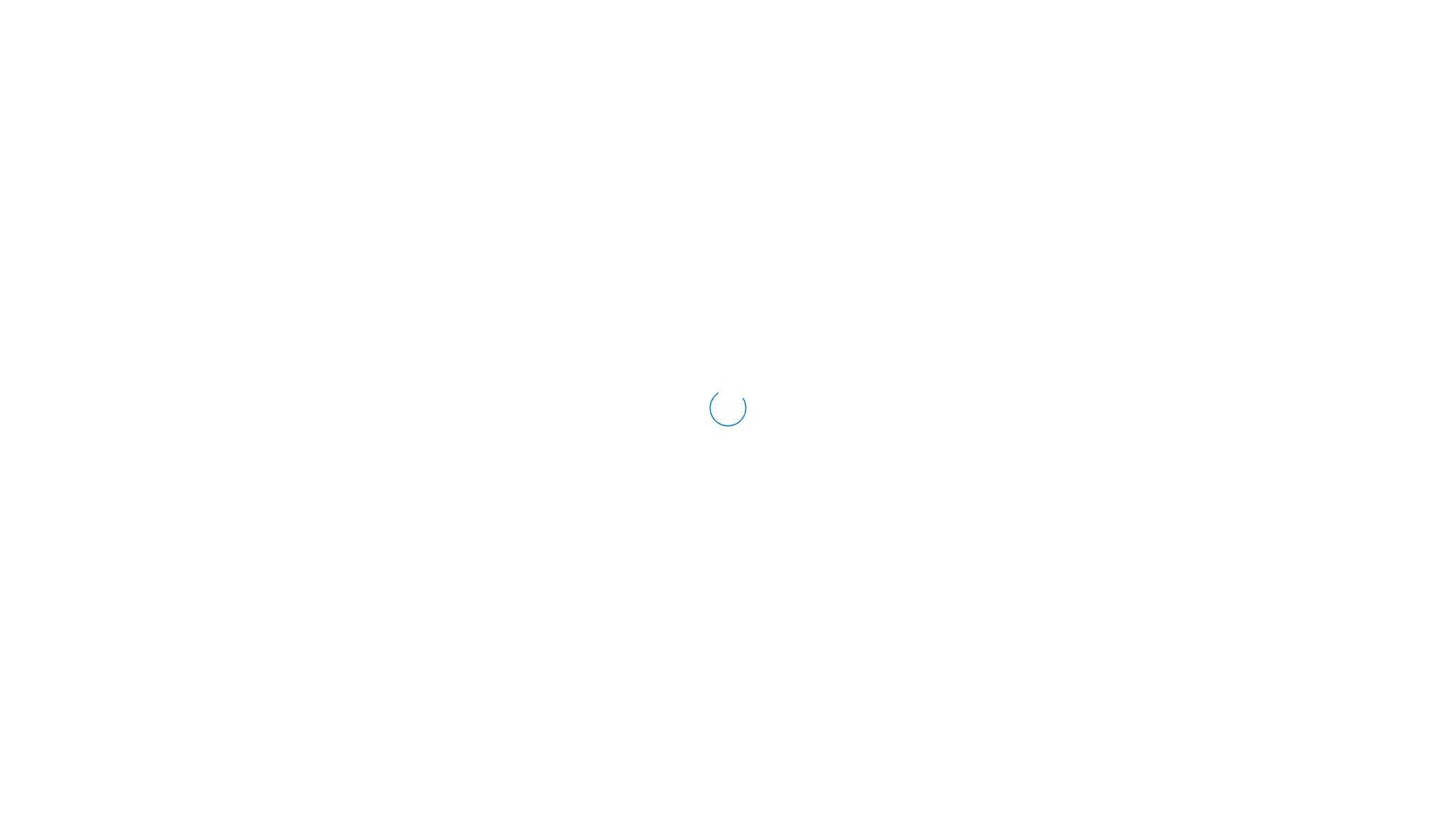 Image resolution: width=1456 pixels, height=819 pixels. I want to click on SIGN IN, so click(728, 424).